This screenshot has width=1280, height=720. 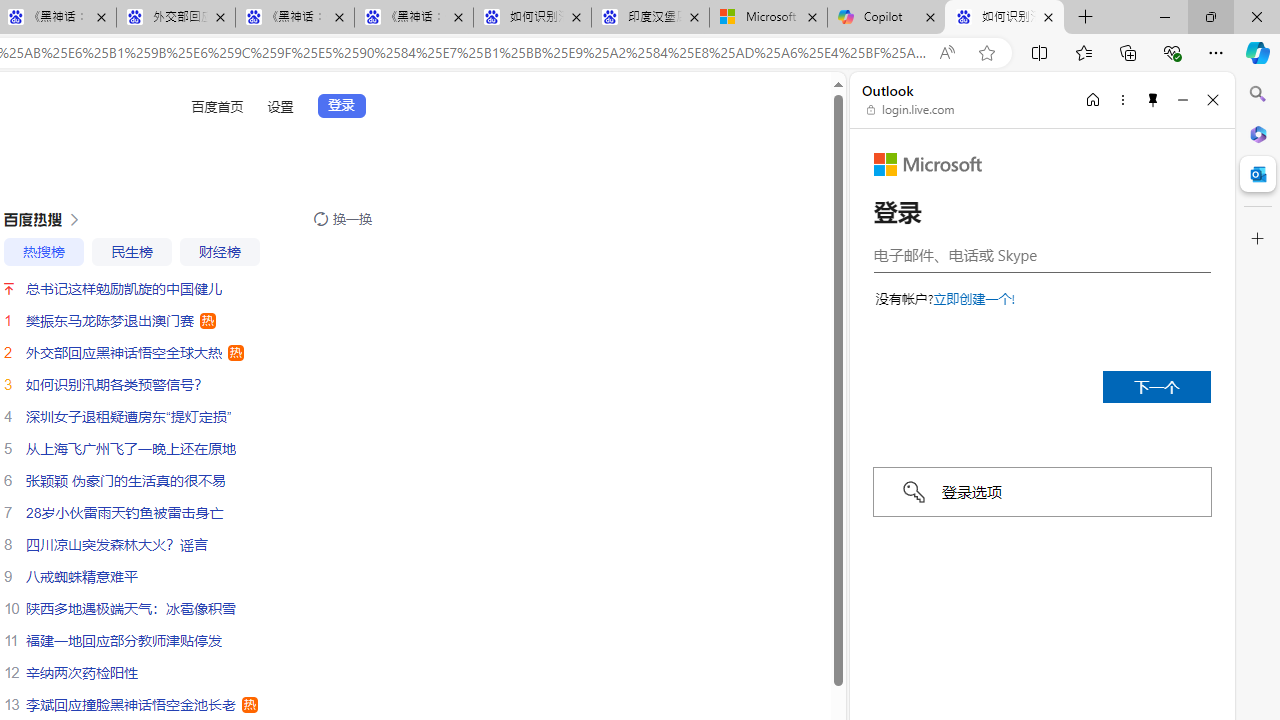 I want to click on 'Home', so click(x=1092, y=99).